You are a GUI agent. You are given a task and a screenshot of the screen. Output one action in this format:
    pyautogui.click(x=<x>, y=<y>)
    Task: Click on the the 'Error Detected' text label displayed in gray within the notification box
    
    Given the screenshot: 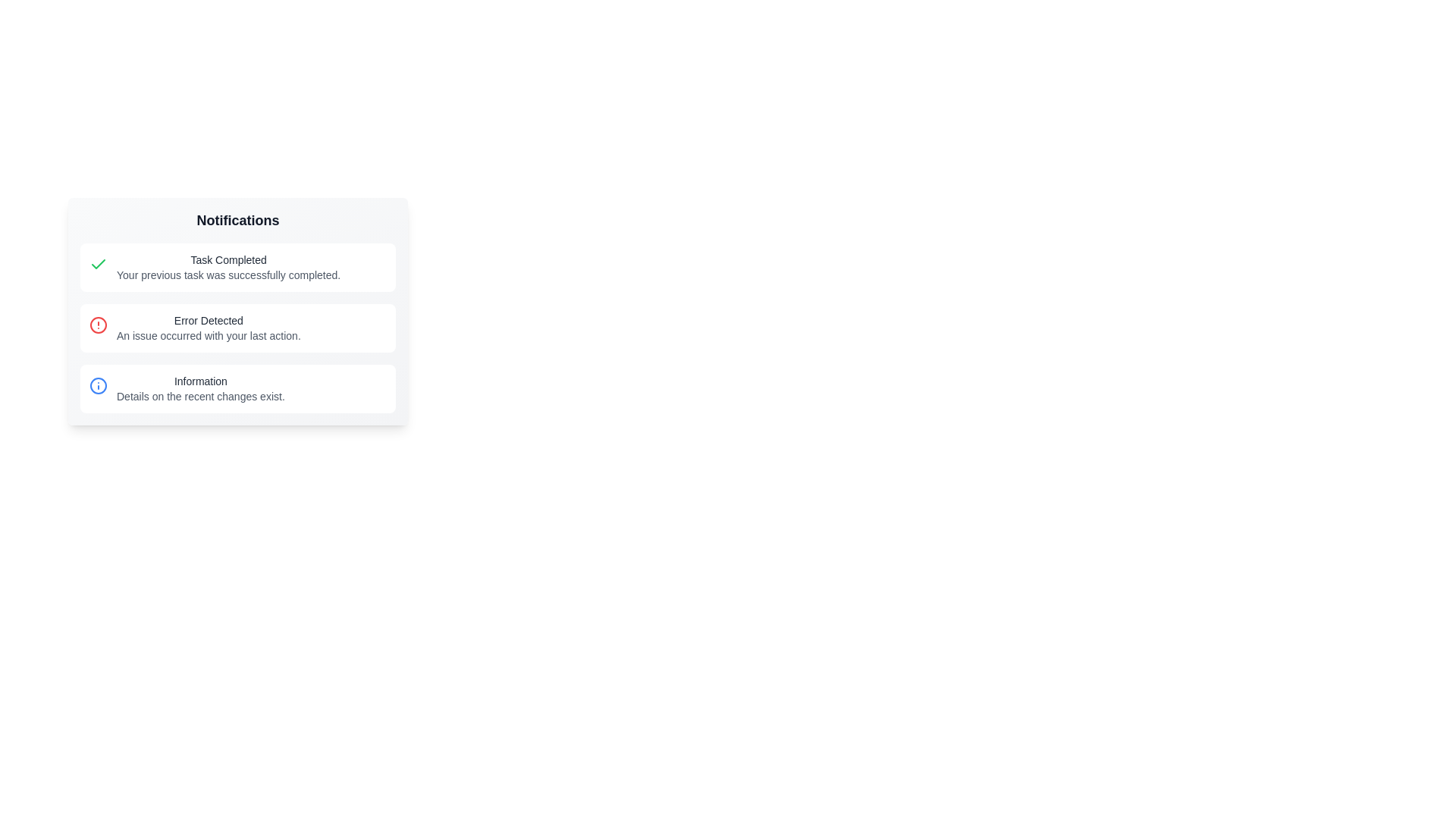 What is the action you would take?
    pyautogui.click(x=208, y=320)
    